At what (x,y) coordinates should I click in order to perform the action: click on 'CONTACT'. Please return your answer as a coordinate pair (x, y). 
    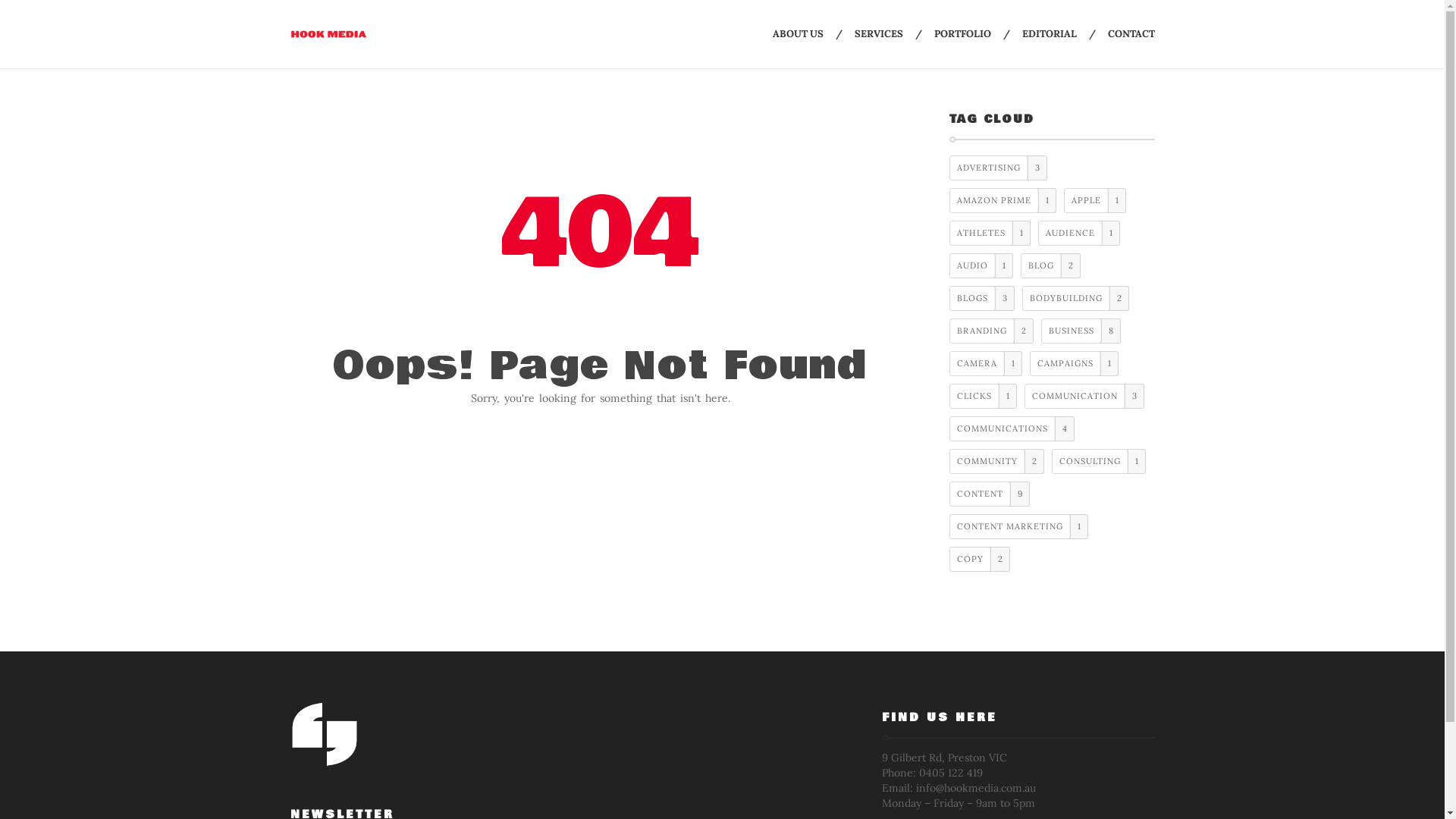
    Looking at the image, I should click on (1131, 34).